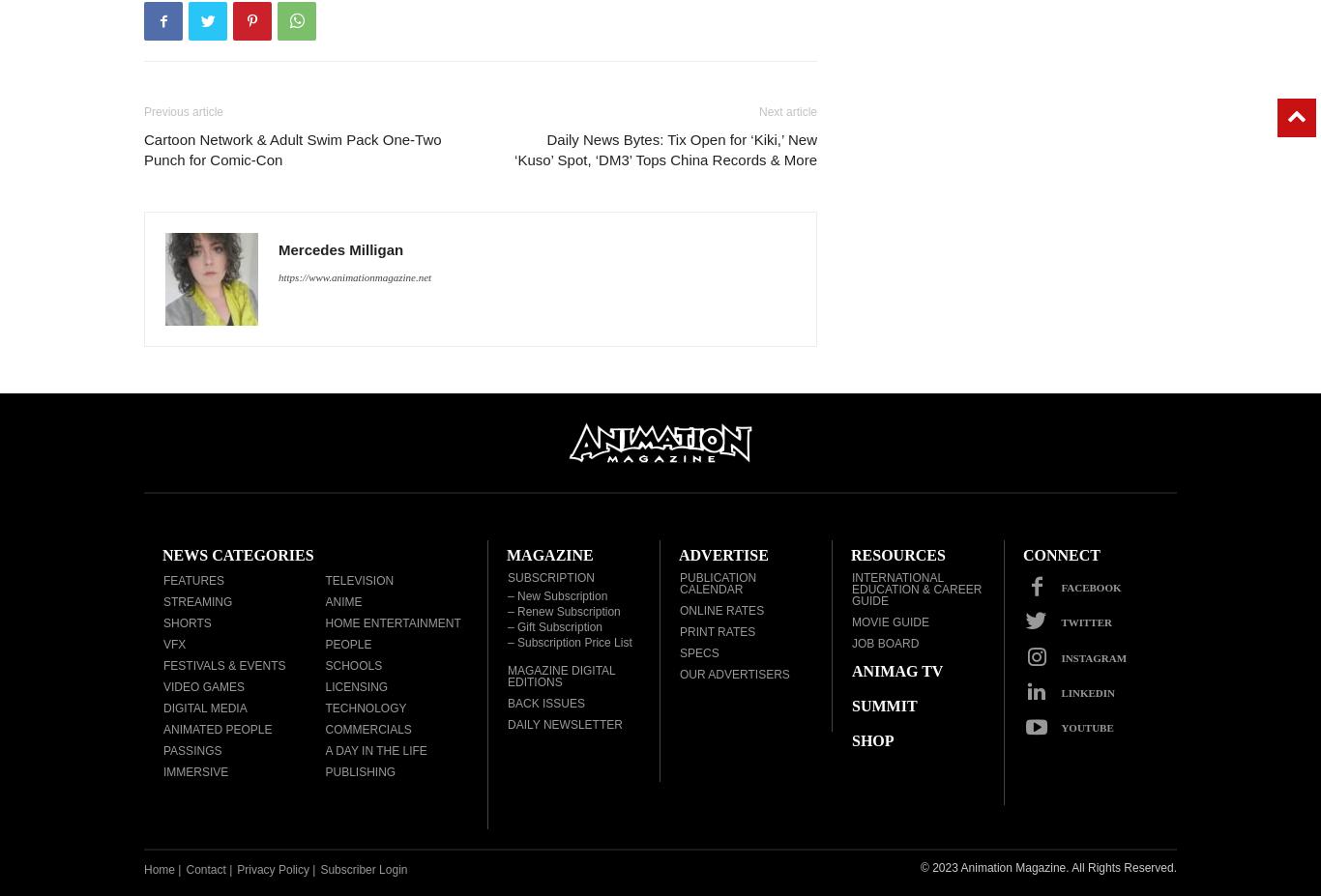  What do you see at coordinates (507, 675) in the screenshot?
I see `'Magazine Digital Editions'` at bounding box center [507, 675].